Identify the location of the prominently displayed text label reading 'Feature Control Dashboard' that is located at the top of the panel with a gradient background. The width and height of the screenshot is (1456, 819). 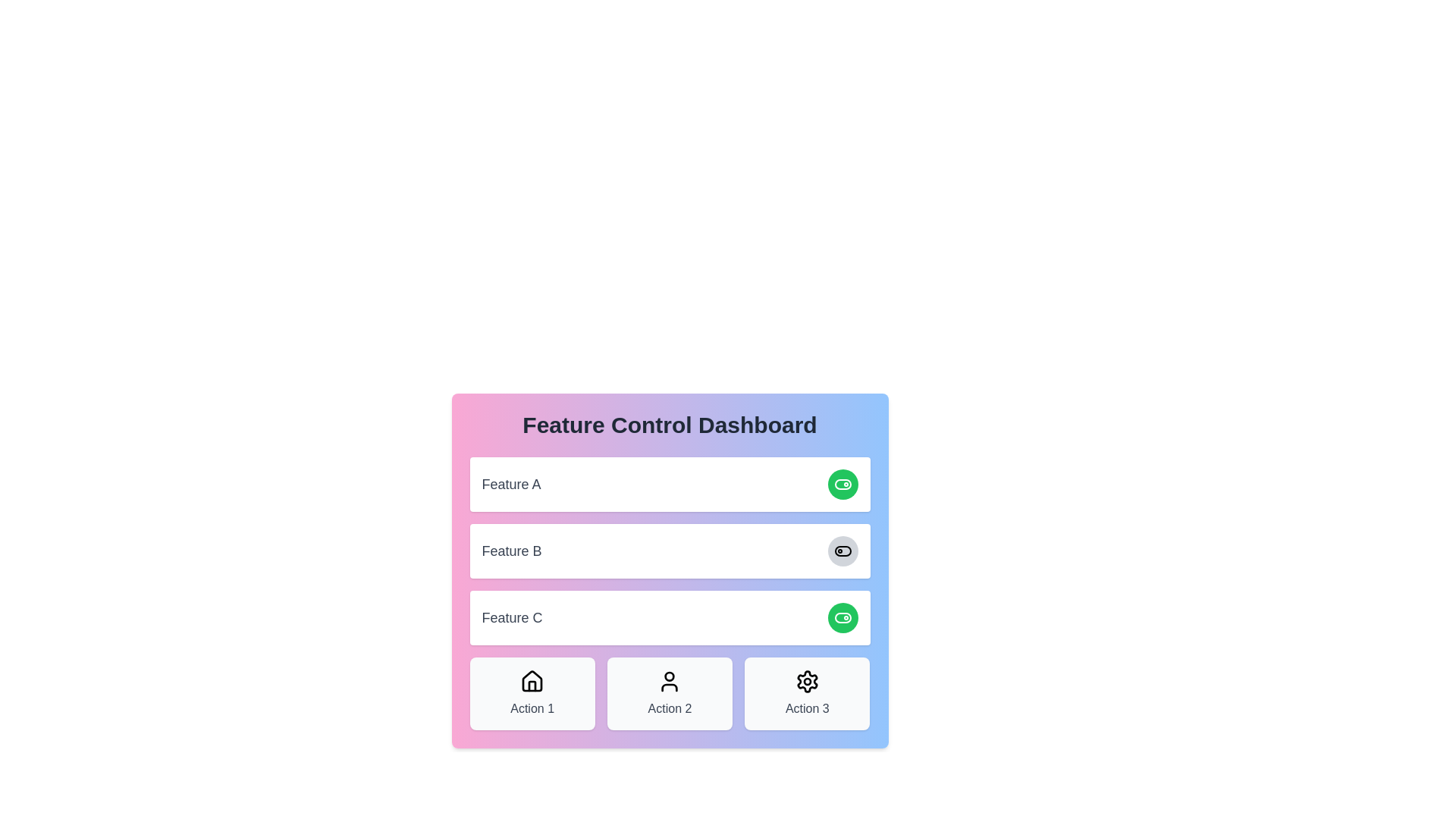
(669, 425).